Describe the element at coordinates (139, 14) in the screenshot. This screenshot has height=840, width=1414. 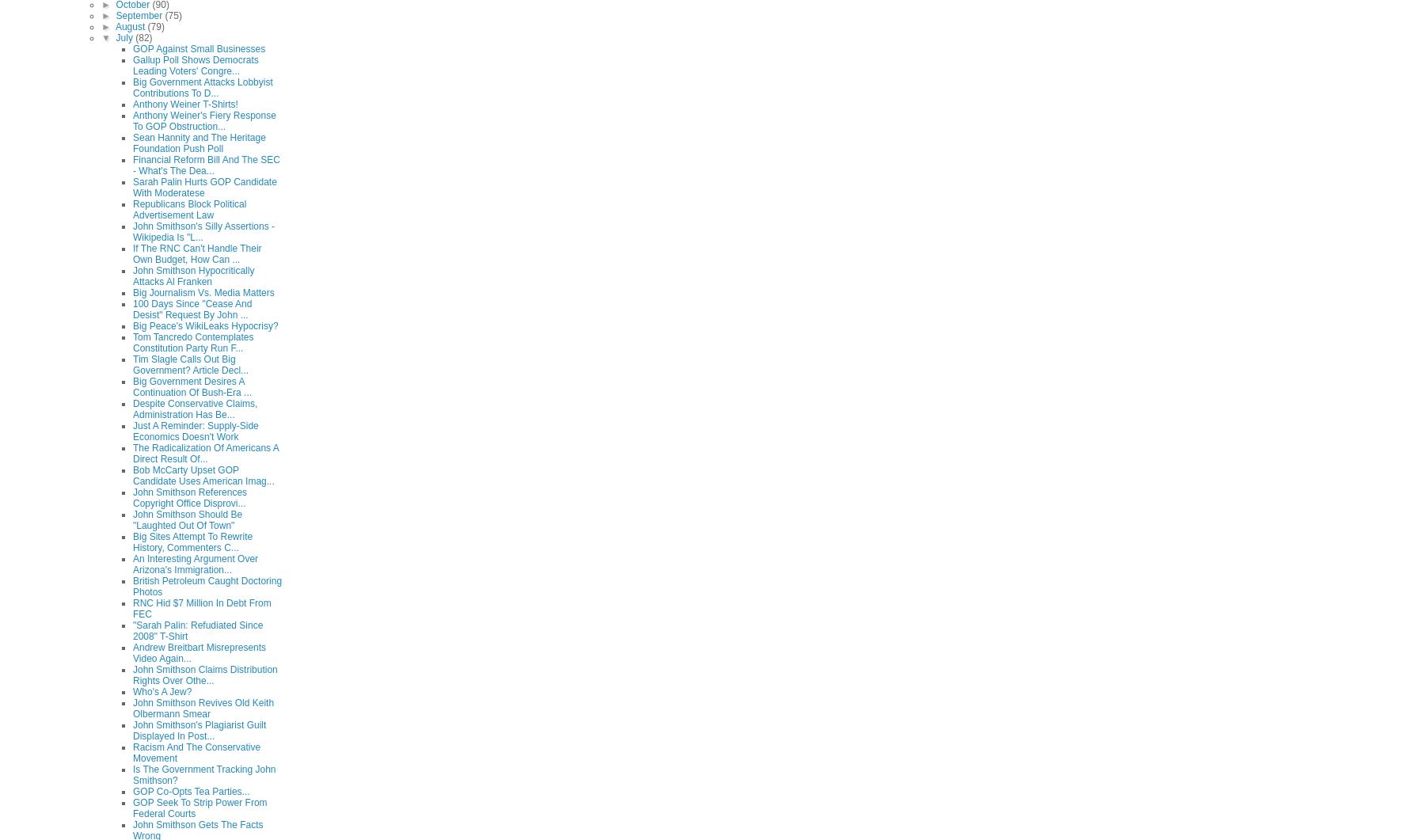
I see `'September'` at that location.